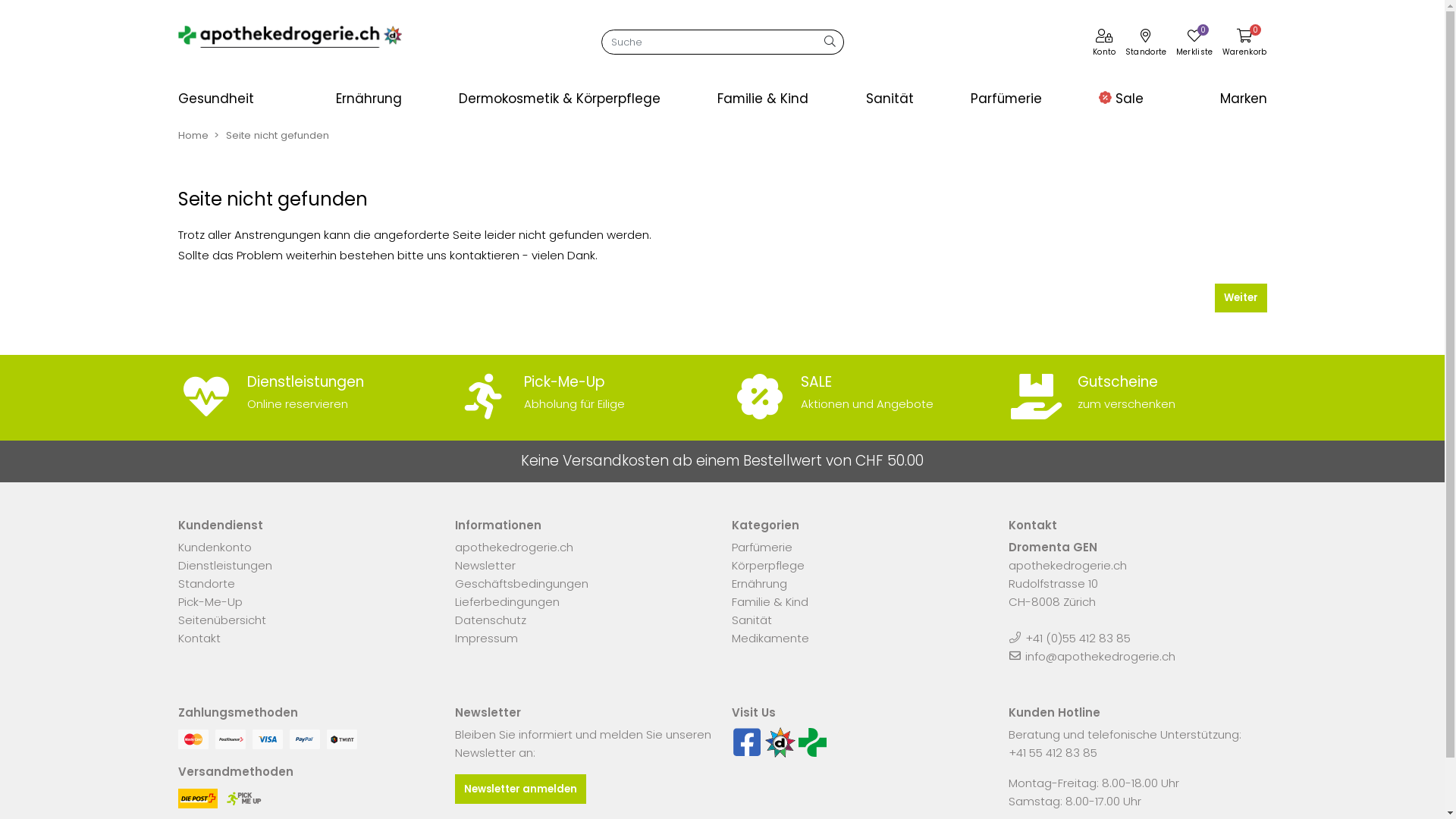 Image resolution: width=1456 pixels, height=819 pixels. What do you see at coordinates (484, 565) in the screenshot?
I see `'Newsletter'` at bounding box center [484, 565].